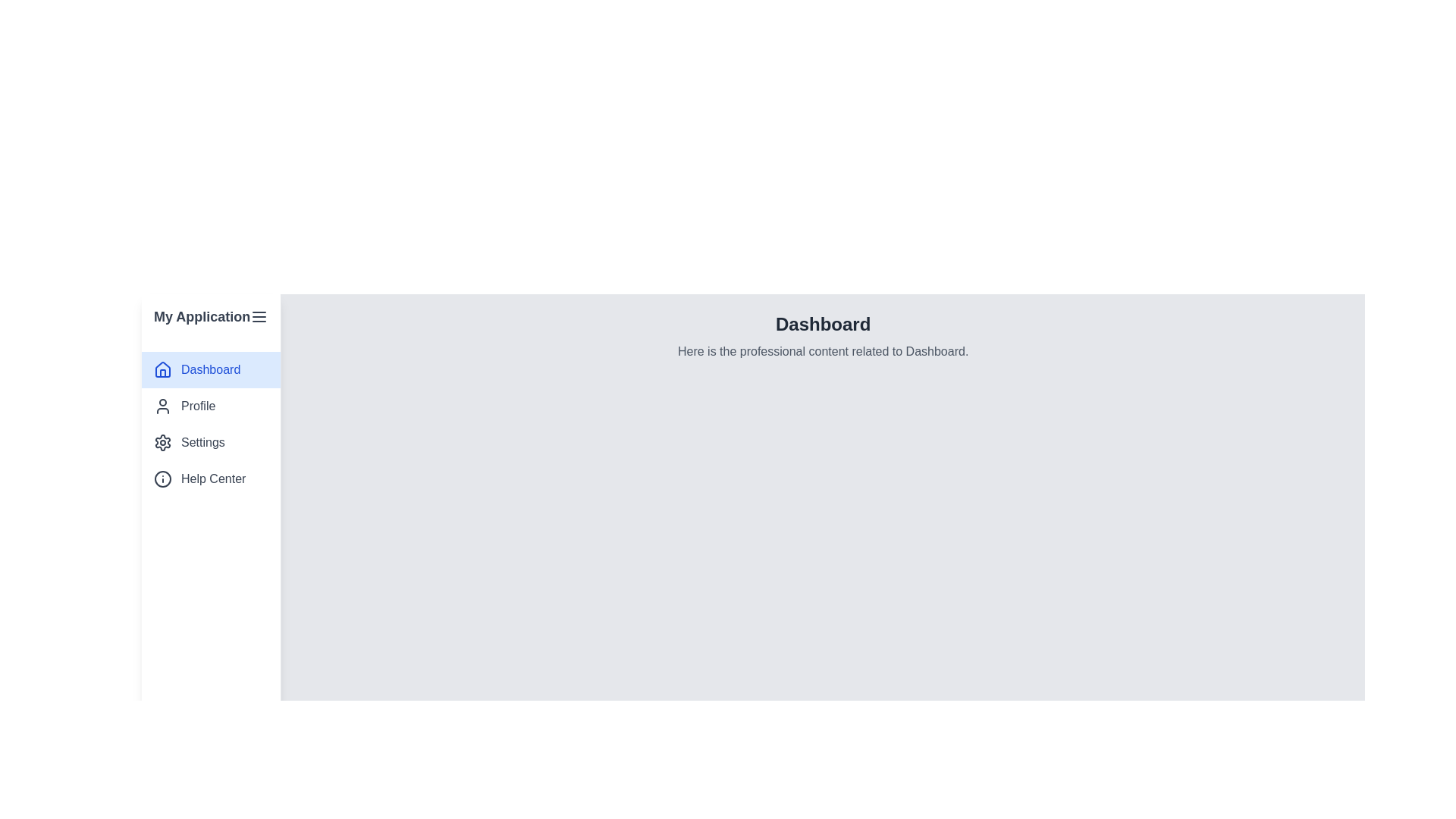  Describe the element at coordinates (212, 479) in the screenshot. I see `'Help Center' text label located in the vertical menu on the left-hand side of the interface, which is the last option below 'Settings'` at that location.